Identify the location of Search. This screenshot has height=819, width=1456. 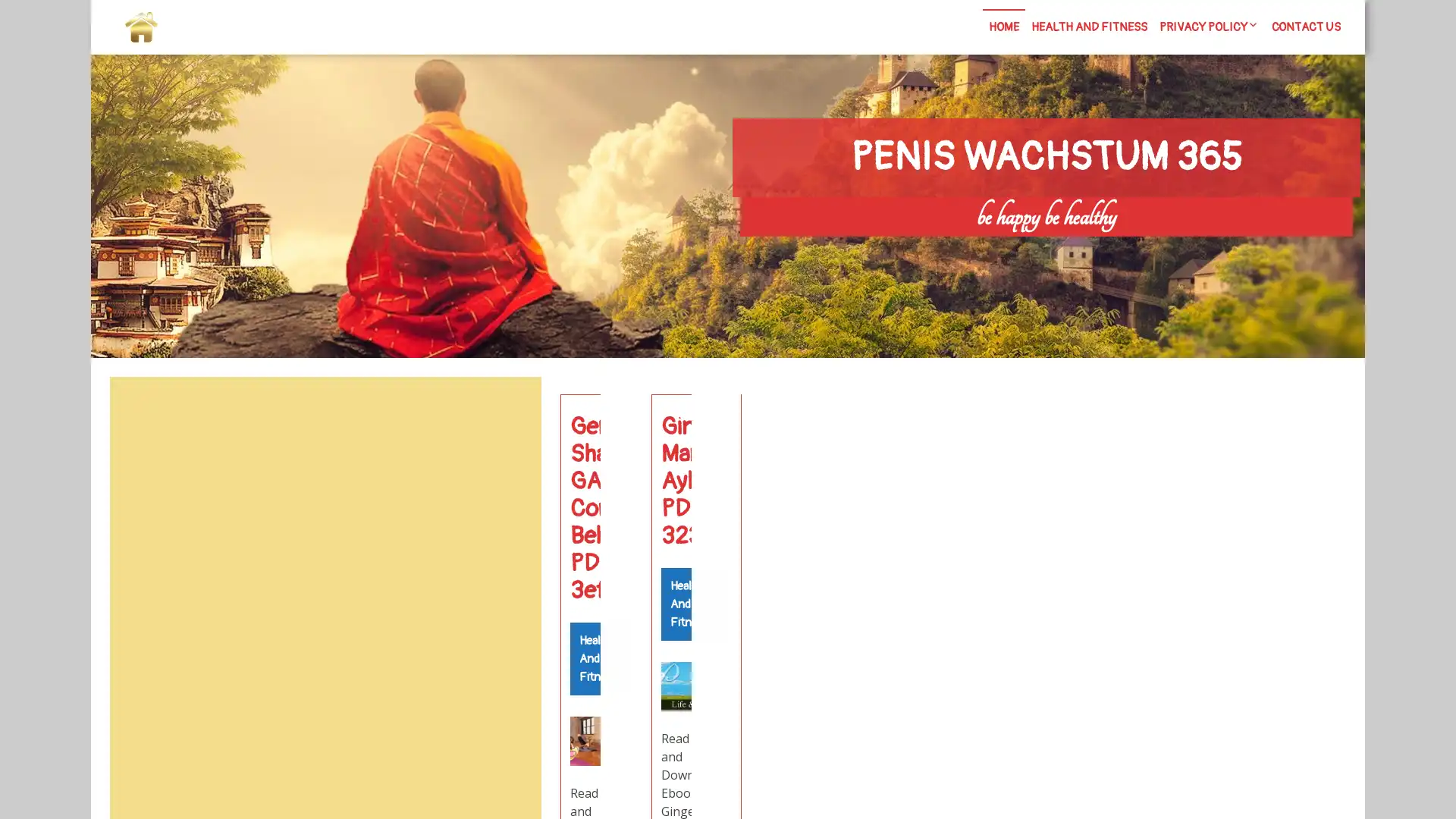
(1181, 248).